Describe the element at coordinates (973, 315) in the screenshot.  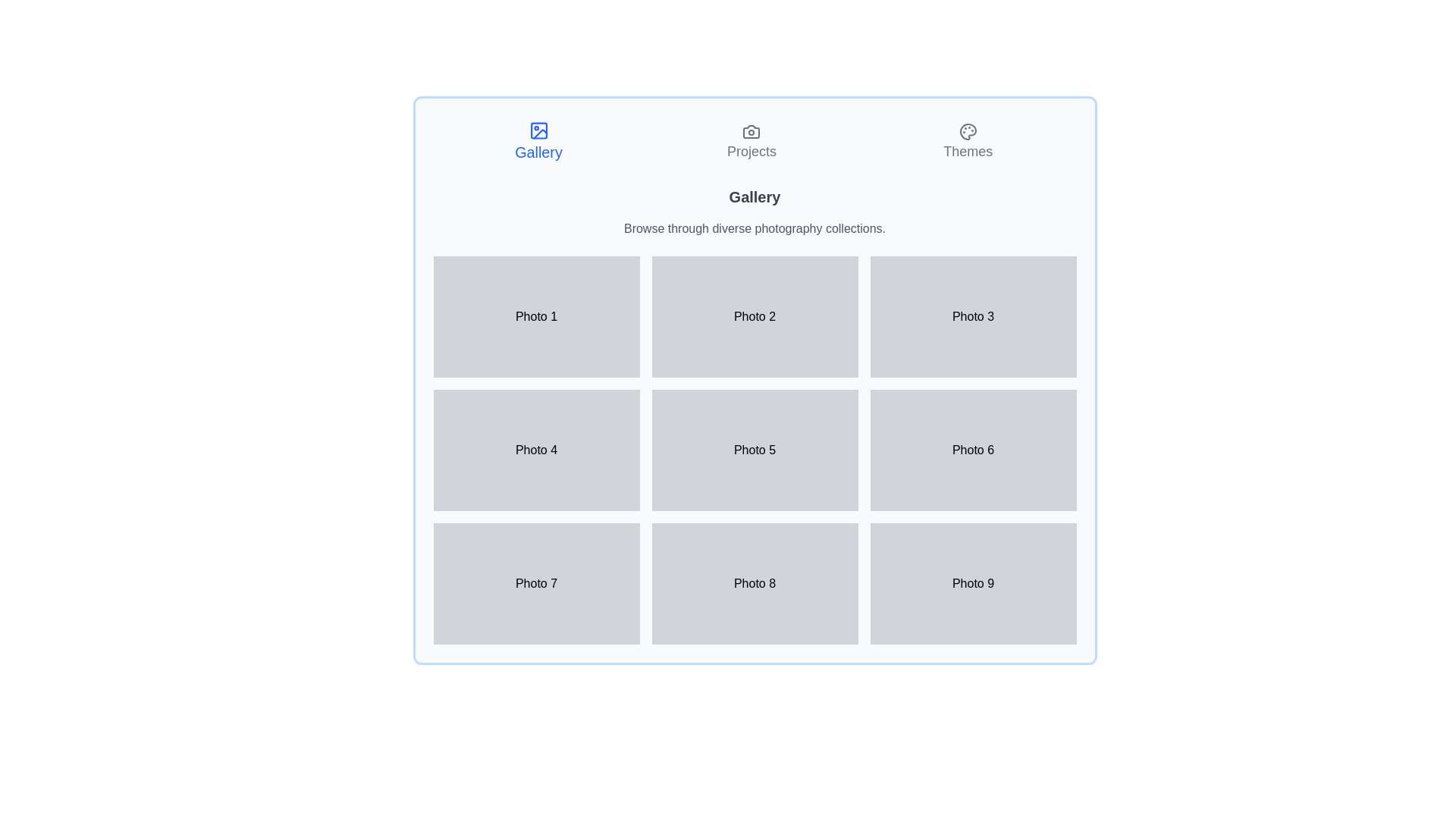
I see `the 'Photo 3' placeholder in the rightmost column of the first row in the 3x3 grid layout` at that location.